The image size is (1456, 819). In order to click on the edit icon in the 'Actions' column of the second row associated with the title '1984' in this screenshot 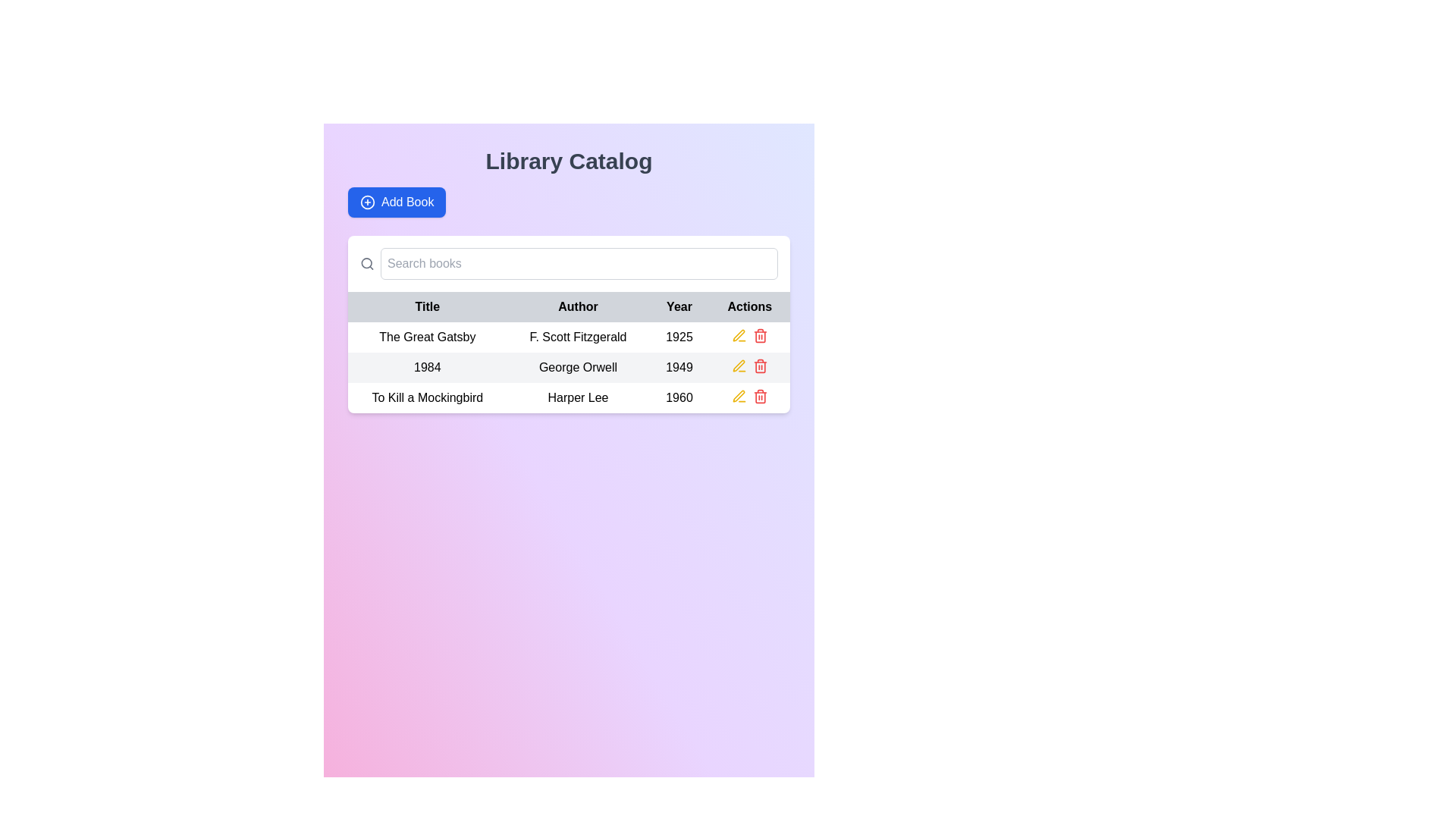, I will do `click(739, 396)`.